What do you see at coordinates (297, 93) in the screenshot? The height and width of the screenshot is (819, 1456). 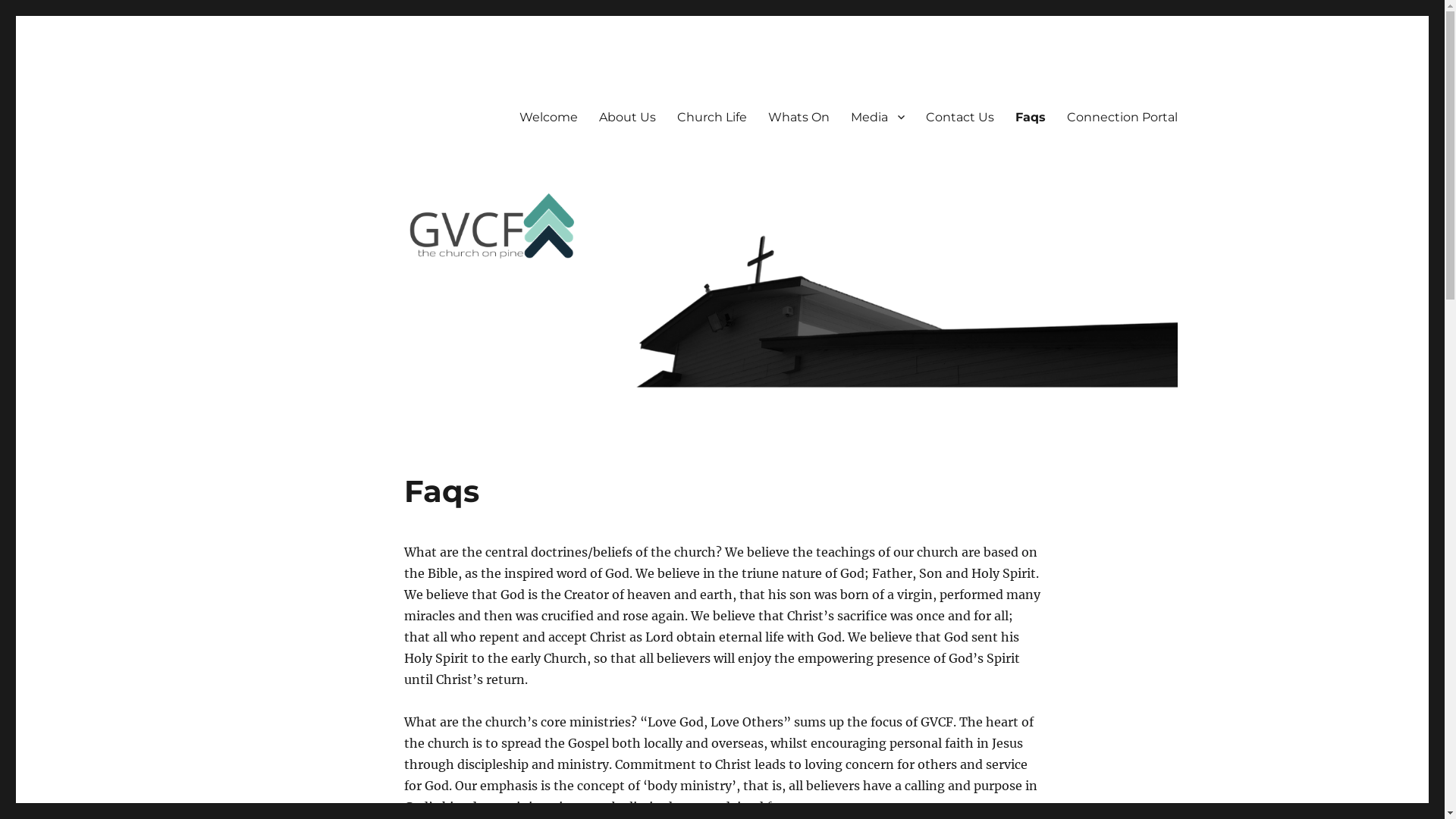 I see `'GVCF'` at bounding box center [297, 93].